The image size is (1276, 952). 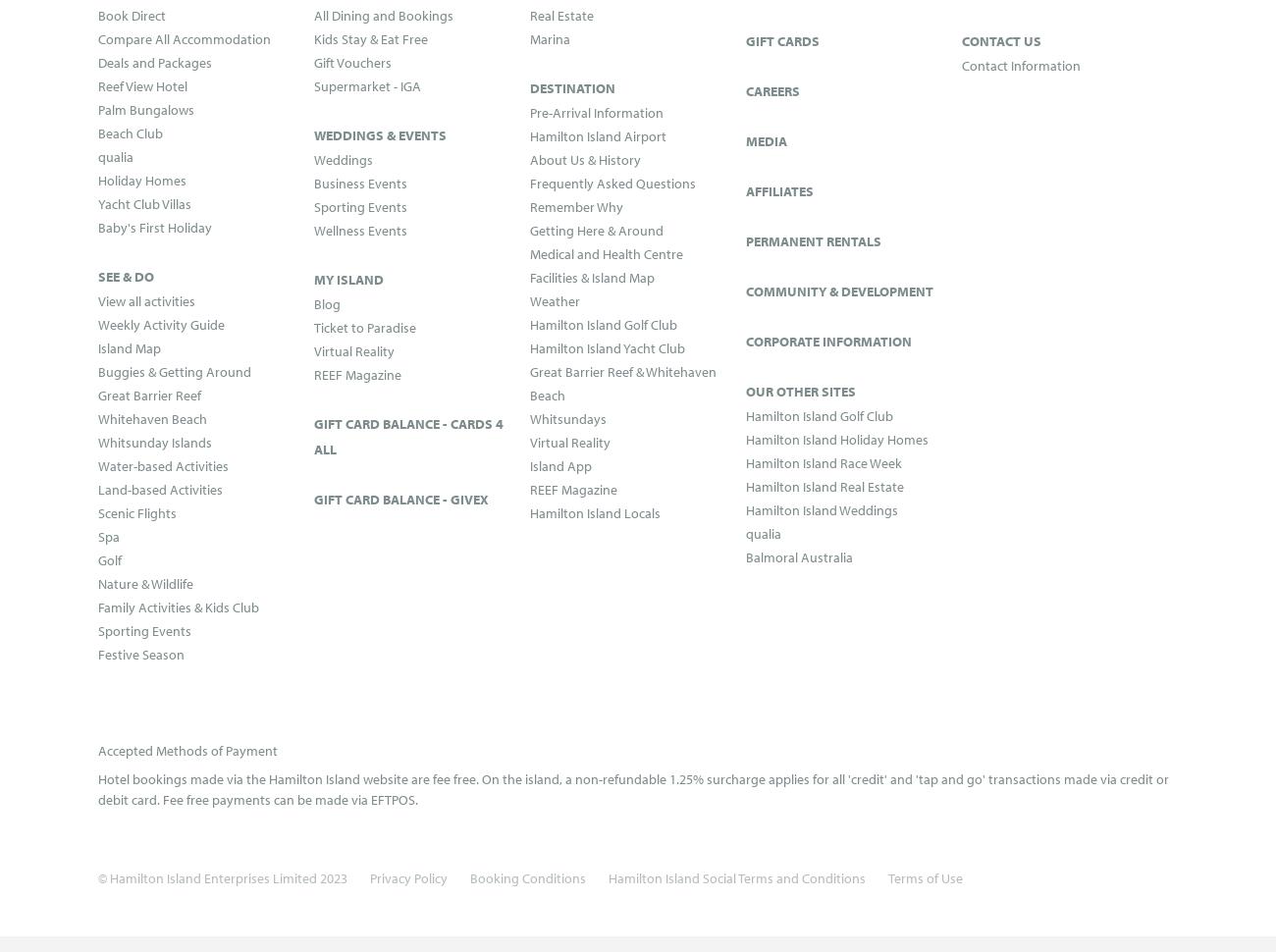 I want to click on 'Island App', so click(x=559, y=464).